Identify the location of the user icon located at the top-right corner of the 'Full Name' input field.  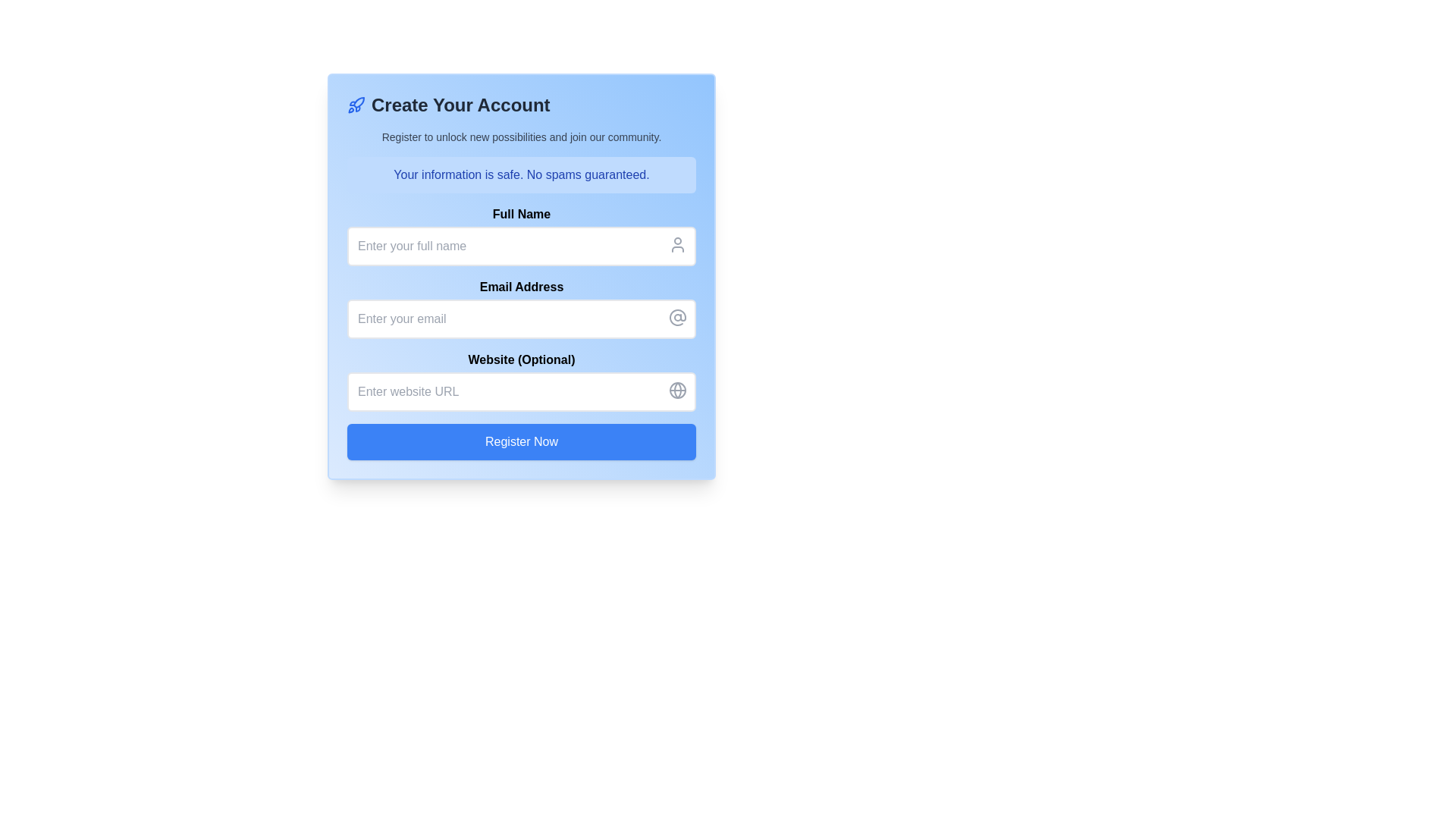
(676, 244).